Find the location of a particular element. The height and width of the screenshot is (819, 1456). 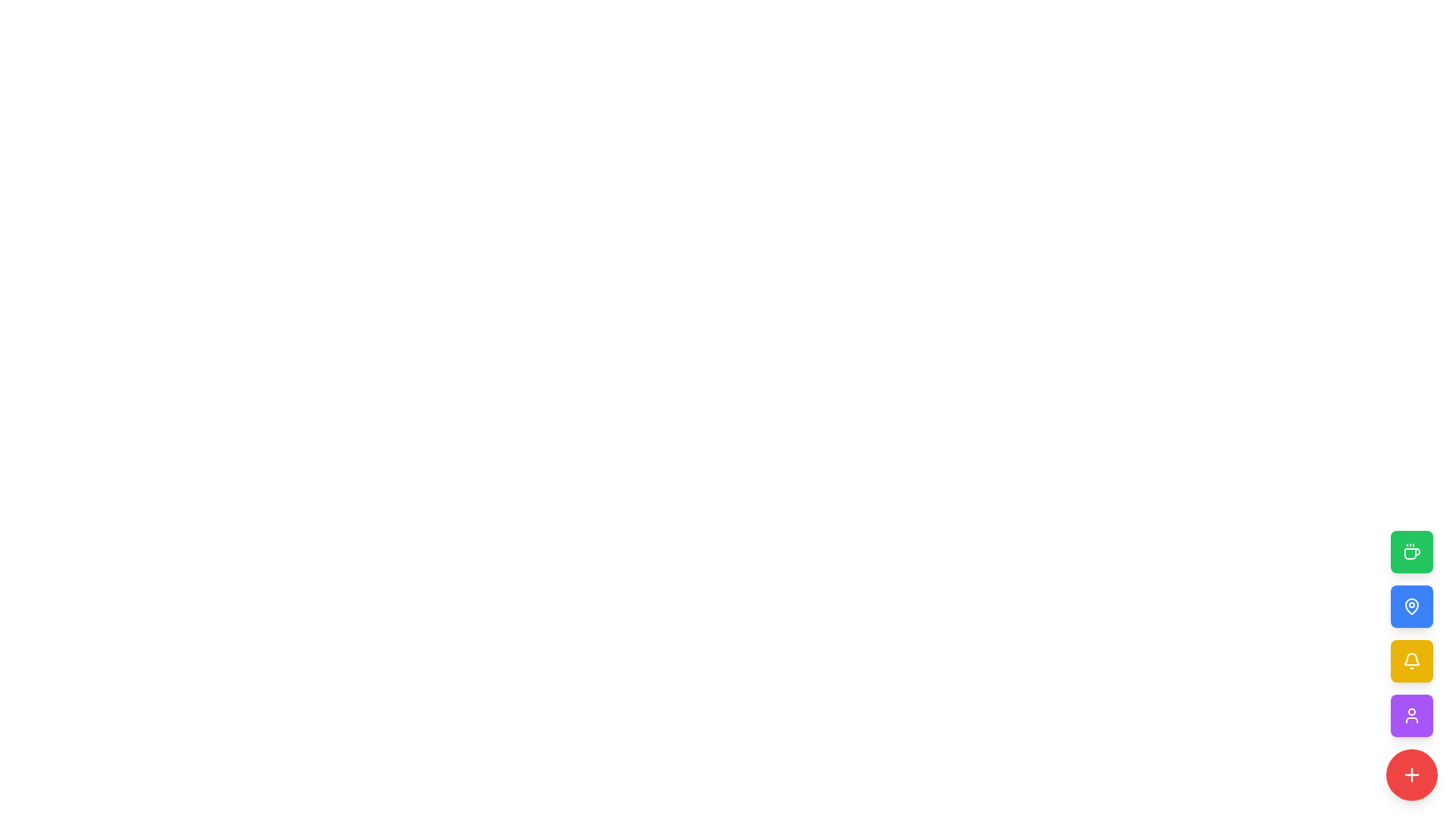

the square button with a purple background and a user icon in the center, which is the last button in a vertical stack of buttons is located at coordinates (1411, 716).